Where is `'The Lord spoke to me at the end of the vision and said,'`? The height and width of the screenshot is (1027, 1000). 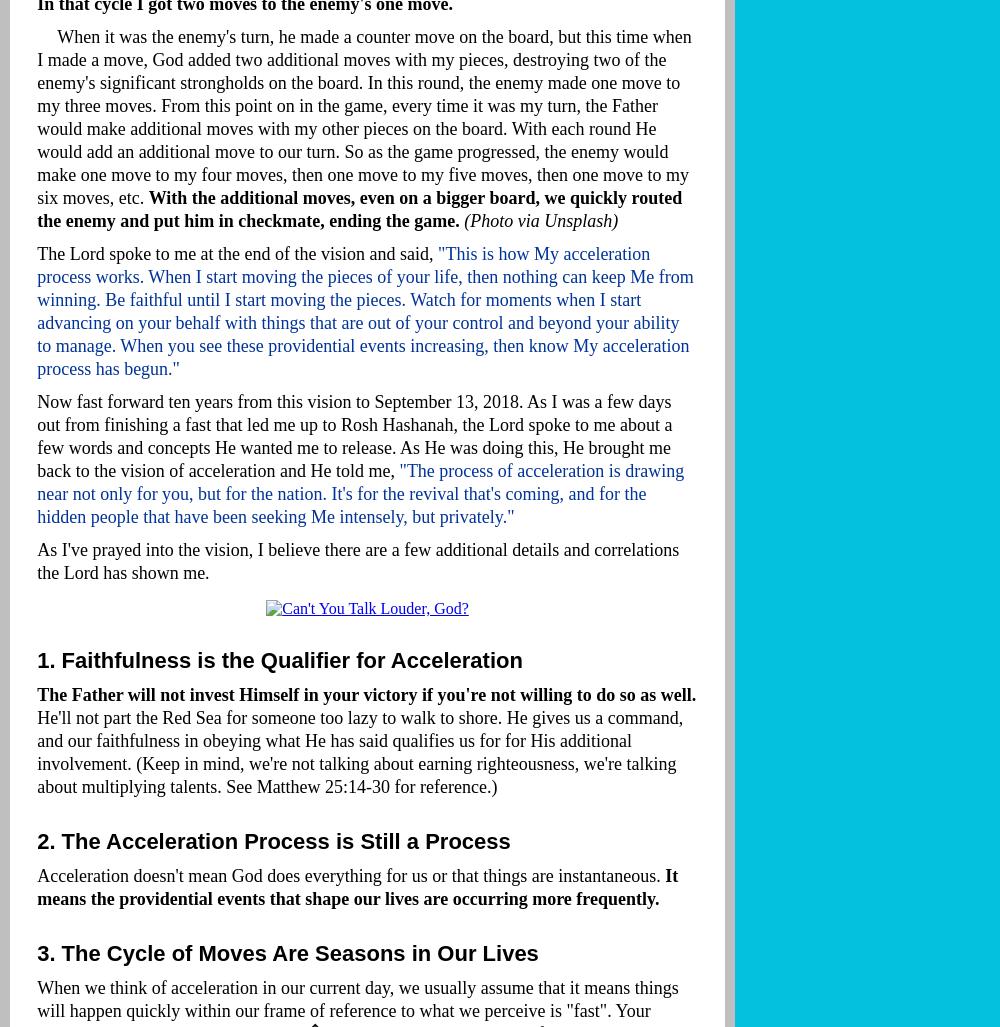
'The Lord spoke to me at the end of the vision and said,' is located at coordinates (236, 253).